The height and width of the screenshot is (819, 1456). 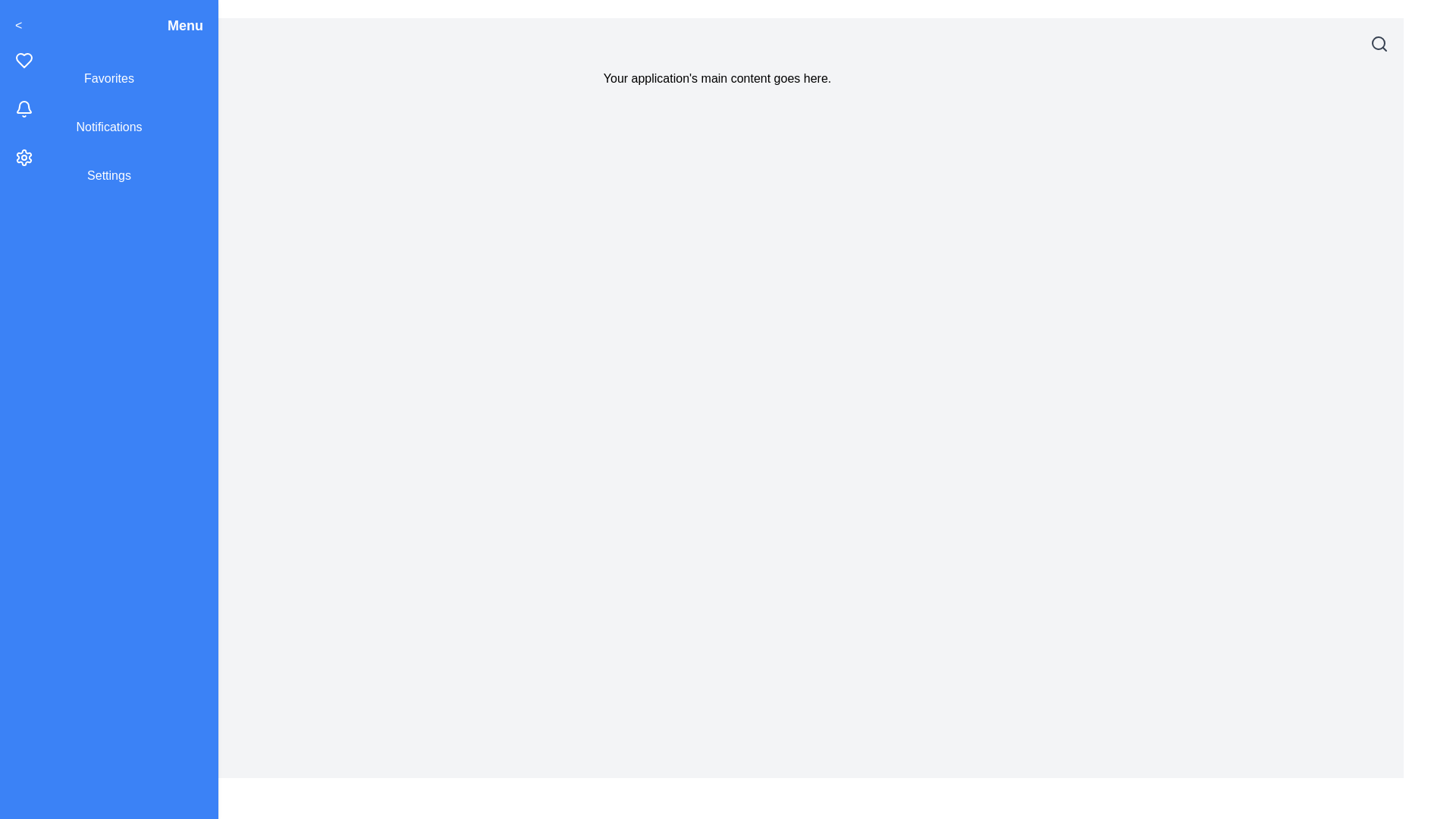 What do you see at coordinates (716, 79) in the screenshot?
I see `the dashboard text area to read its content` at bounding box center [716, 79].